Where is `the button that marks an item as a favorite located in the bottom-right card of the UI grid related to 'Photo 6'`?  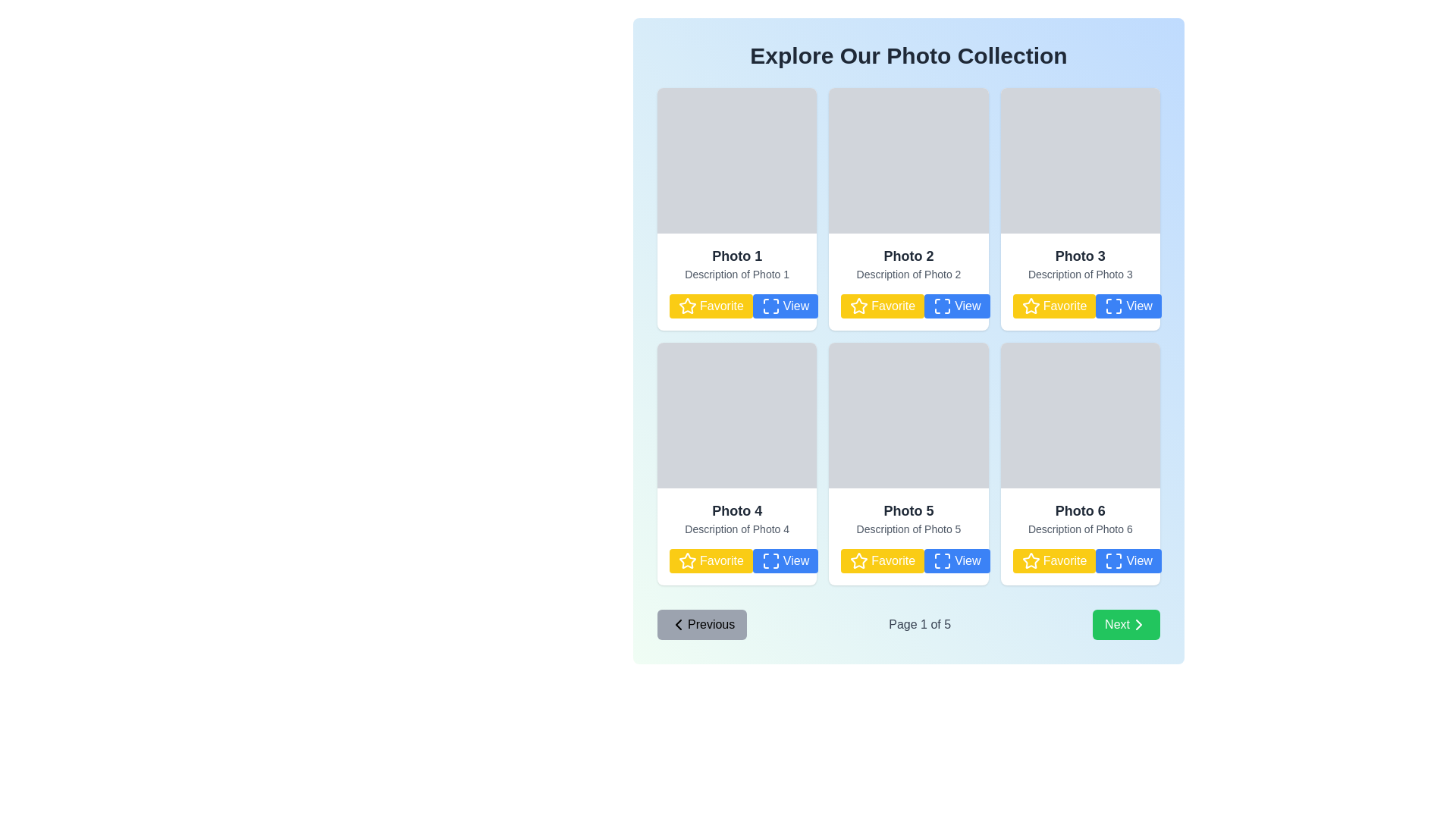 the button that marks an item as a favorite located in the bottom-right card of the UI grid related to 'Photo 6' is located at coordinates (1053, 561).